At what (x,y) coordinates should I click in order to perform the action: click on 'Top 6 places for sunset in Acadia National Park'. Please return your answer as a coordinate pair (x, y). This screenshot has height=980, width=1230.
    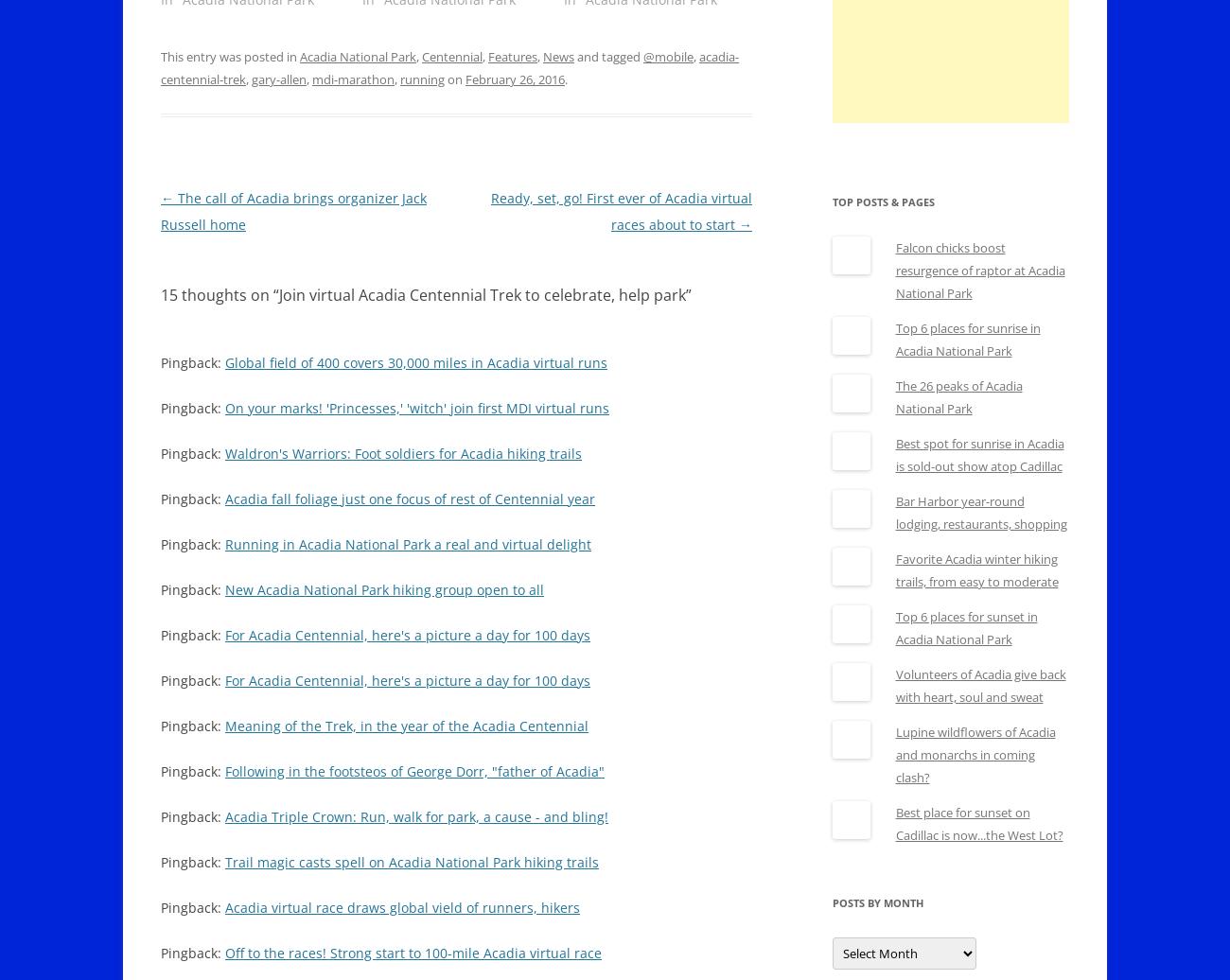
    Looking at the image, I should click on (965, 627).